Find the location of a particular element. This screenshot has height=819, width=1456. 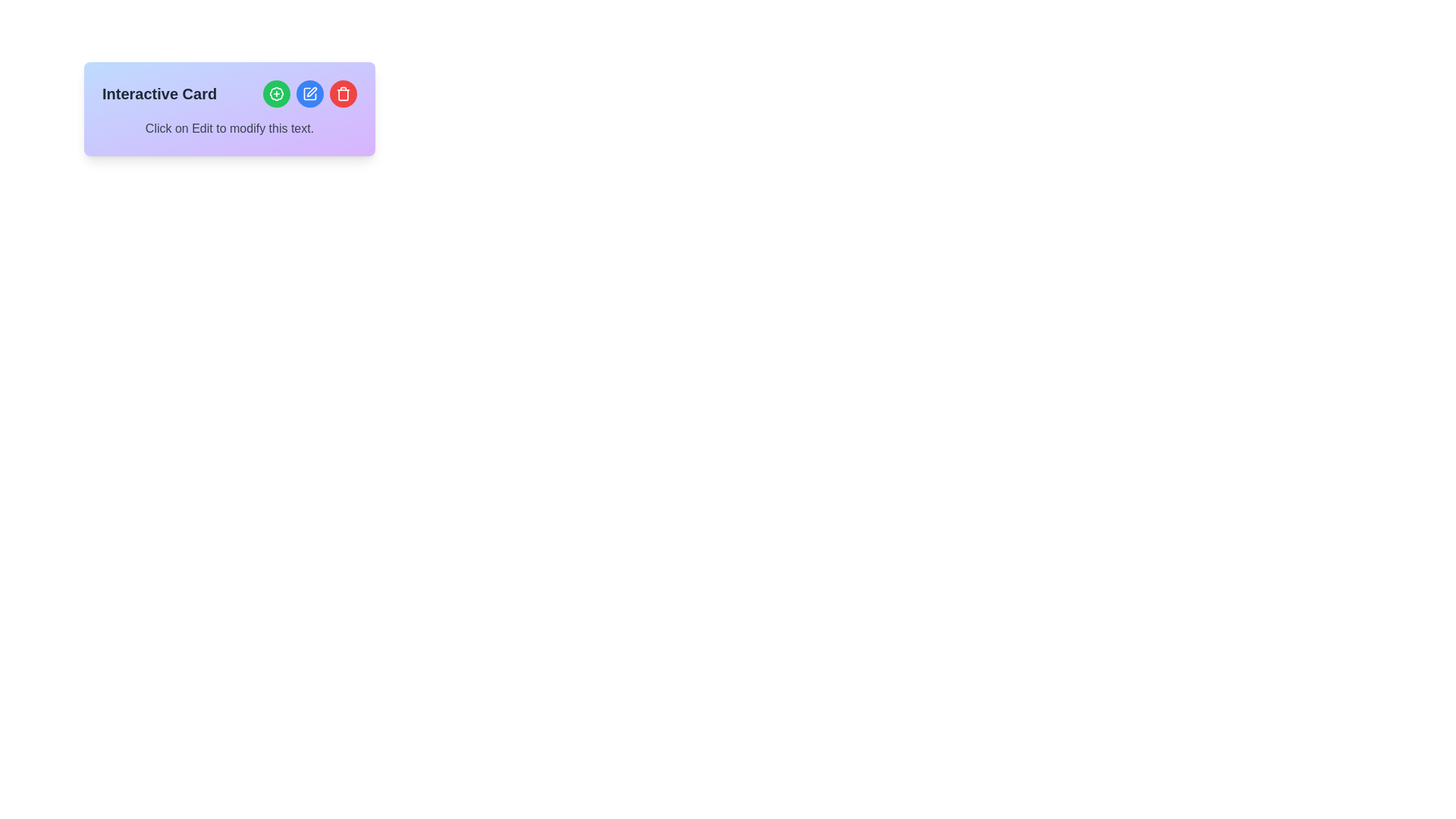

the 'Delete' button, which is the third icon from the left in the group of interactive icons at the top-right of the card is located at coordinates (342, 93).